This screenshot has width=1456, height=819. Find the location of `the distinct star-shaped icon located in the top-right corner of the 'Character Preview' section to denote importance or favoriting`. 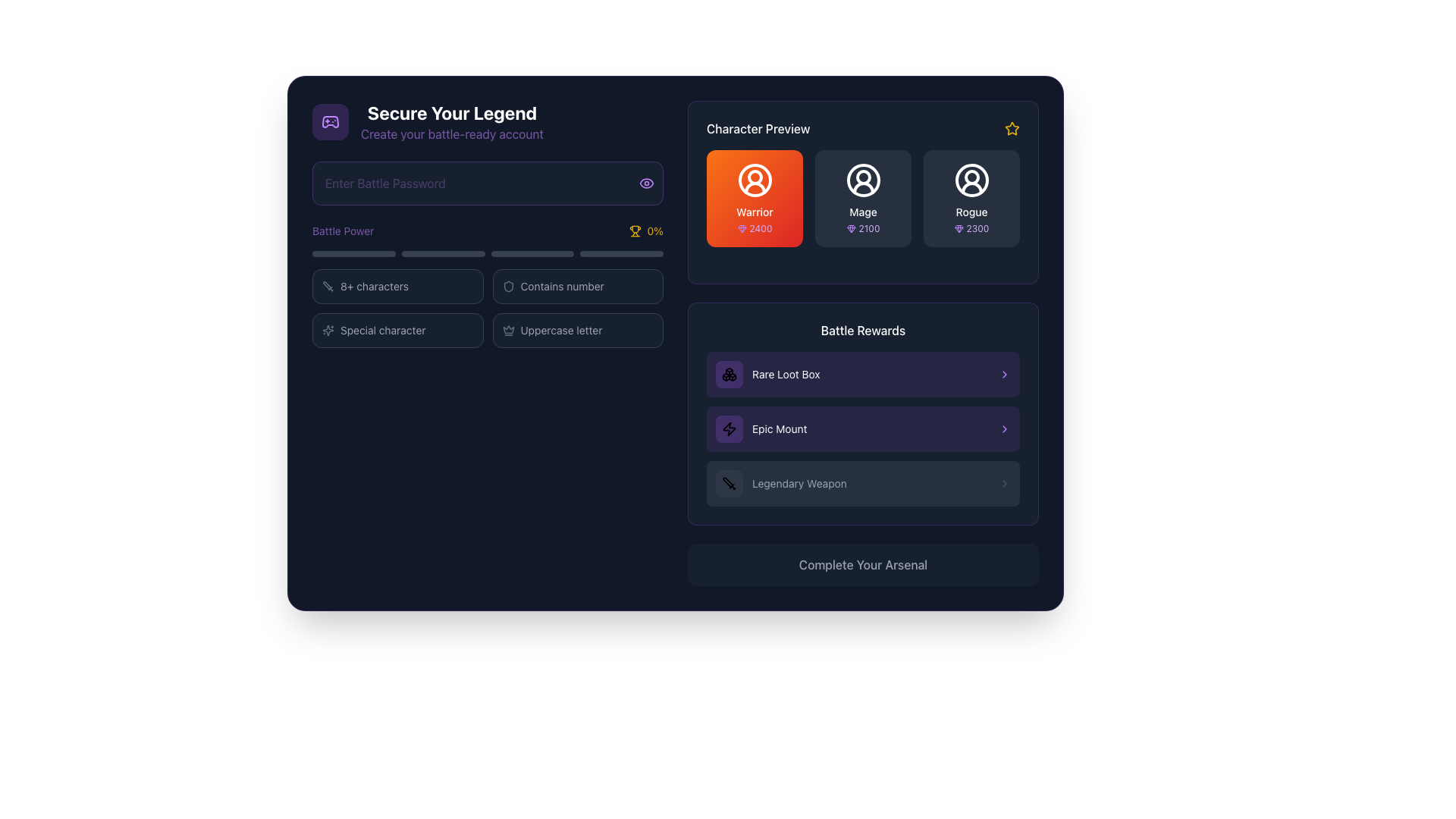

the distinct star-shaped icon located in the top-right corner of the 'Character Preview' section to denote importance or favoriting is located at coordinates (1012, 127).